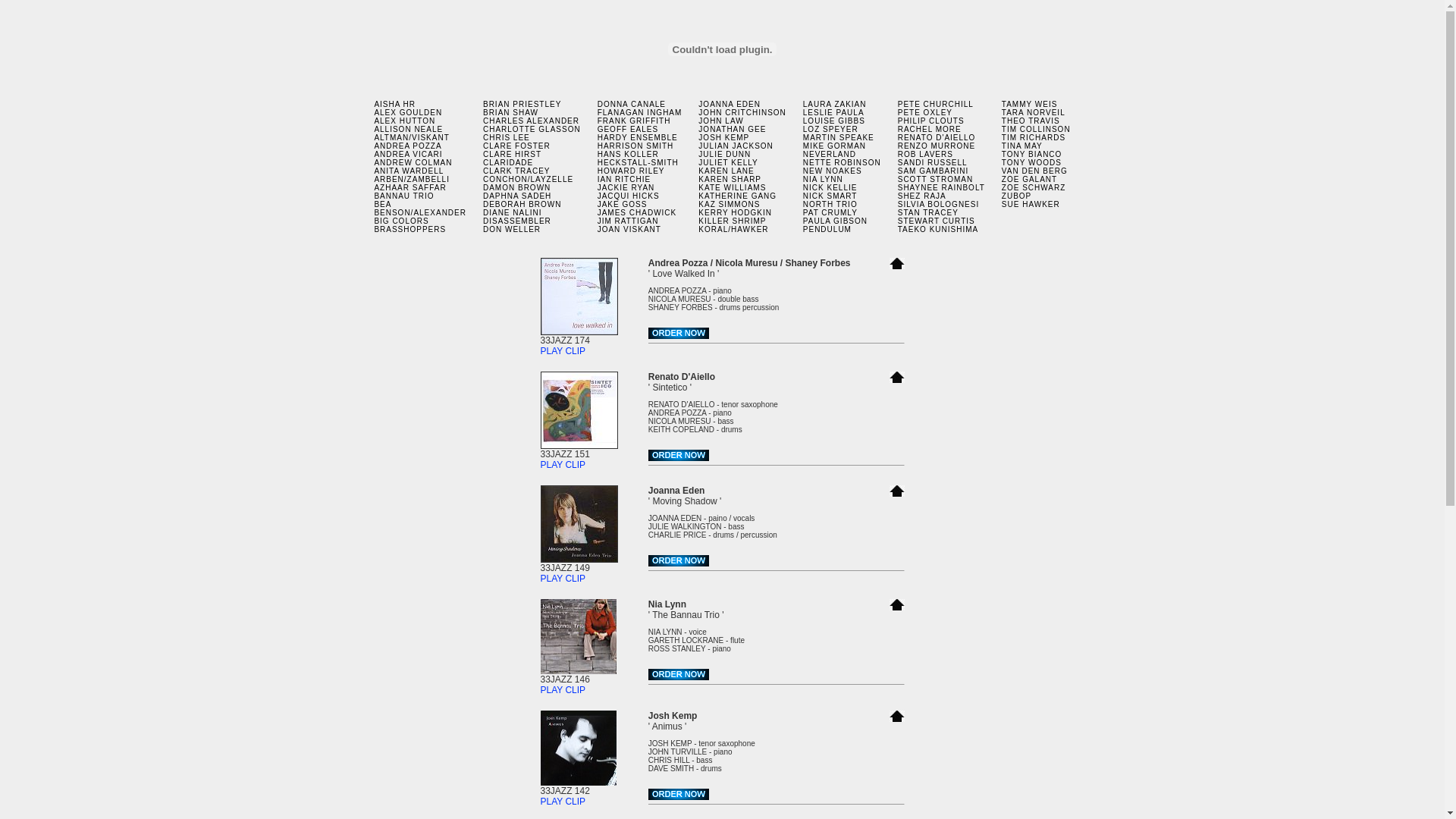 The image size is (1456, 819). I want to click on 'KERRY HODGKIN', so click(735, 212).